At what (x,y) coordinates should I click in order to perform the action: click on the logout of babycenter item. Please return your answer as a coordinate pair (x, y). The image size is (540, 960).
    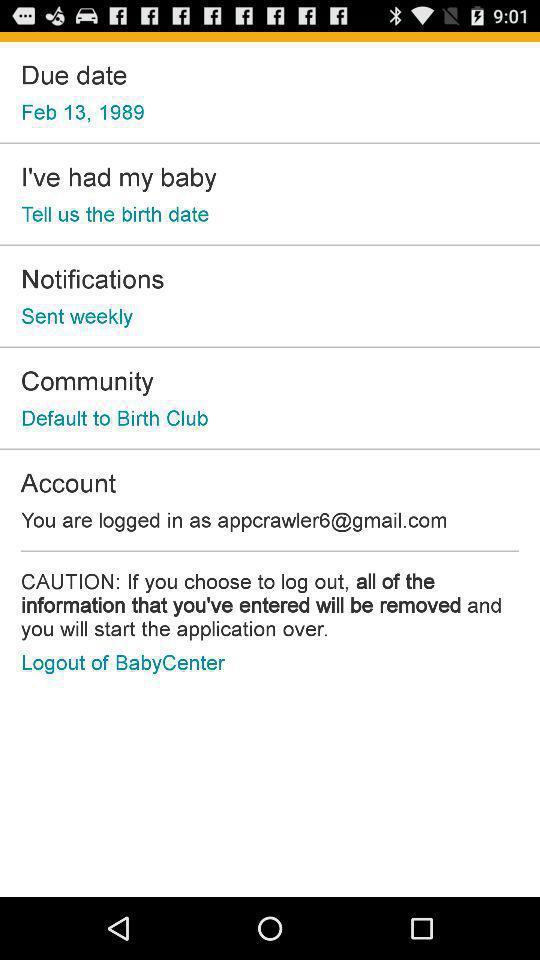
    Looking at the image, I should click on (123, 662).